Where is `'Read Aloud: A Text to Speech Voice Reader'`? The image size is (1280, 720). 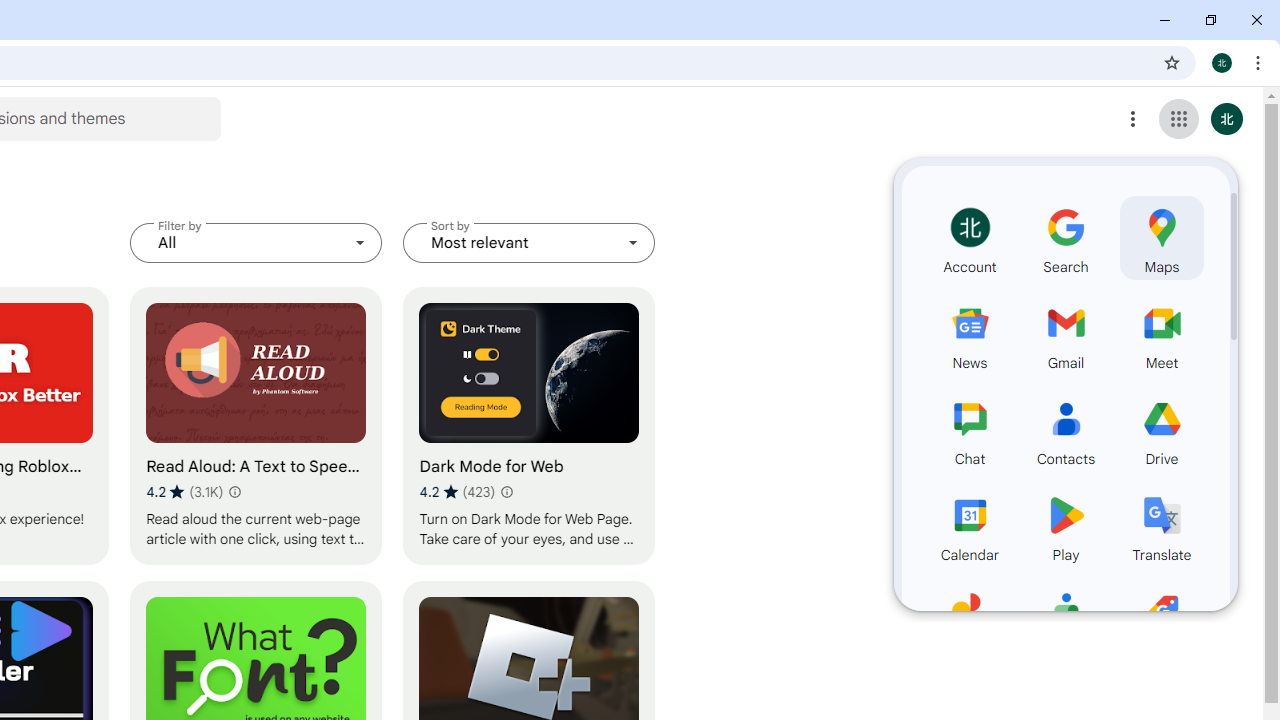
'Read Aloud: A Text to Speech Voice Reader' is located at coordinates (255, 425).